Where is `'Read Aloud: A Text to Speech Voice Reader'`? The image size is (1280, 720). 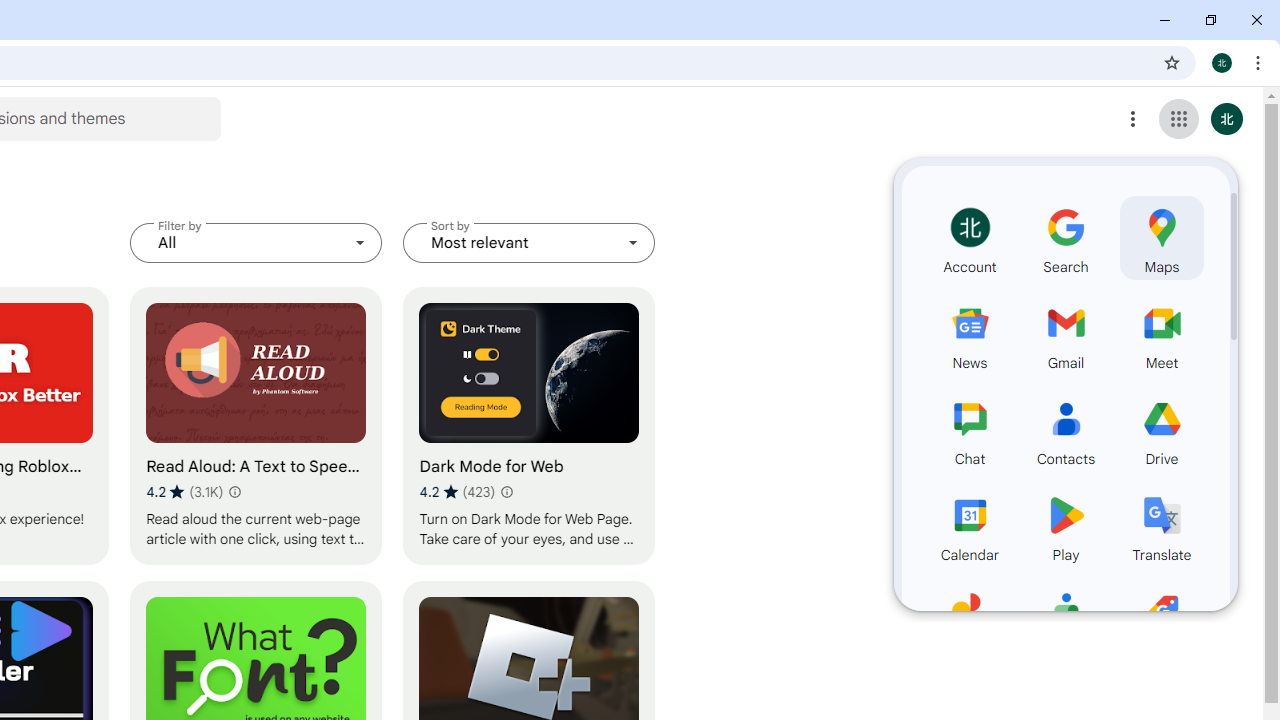
'Read Aloud: A Text to Speech Voice Reader' is located at coordinates (255, 425).